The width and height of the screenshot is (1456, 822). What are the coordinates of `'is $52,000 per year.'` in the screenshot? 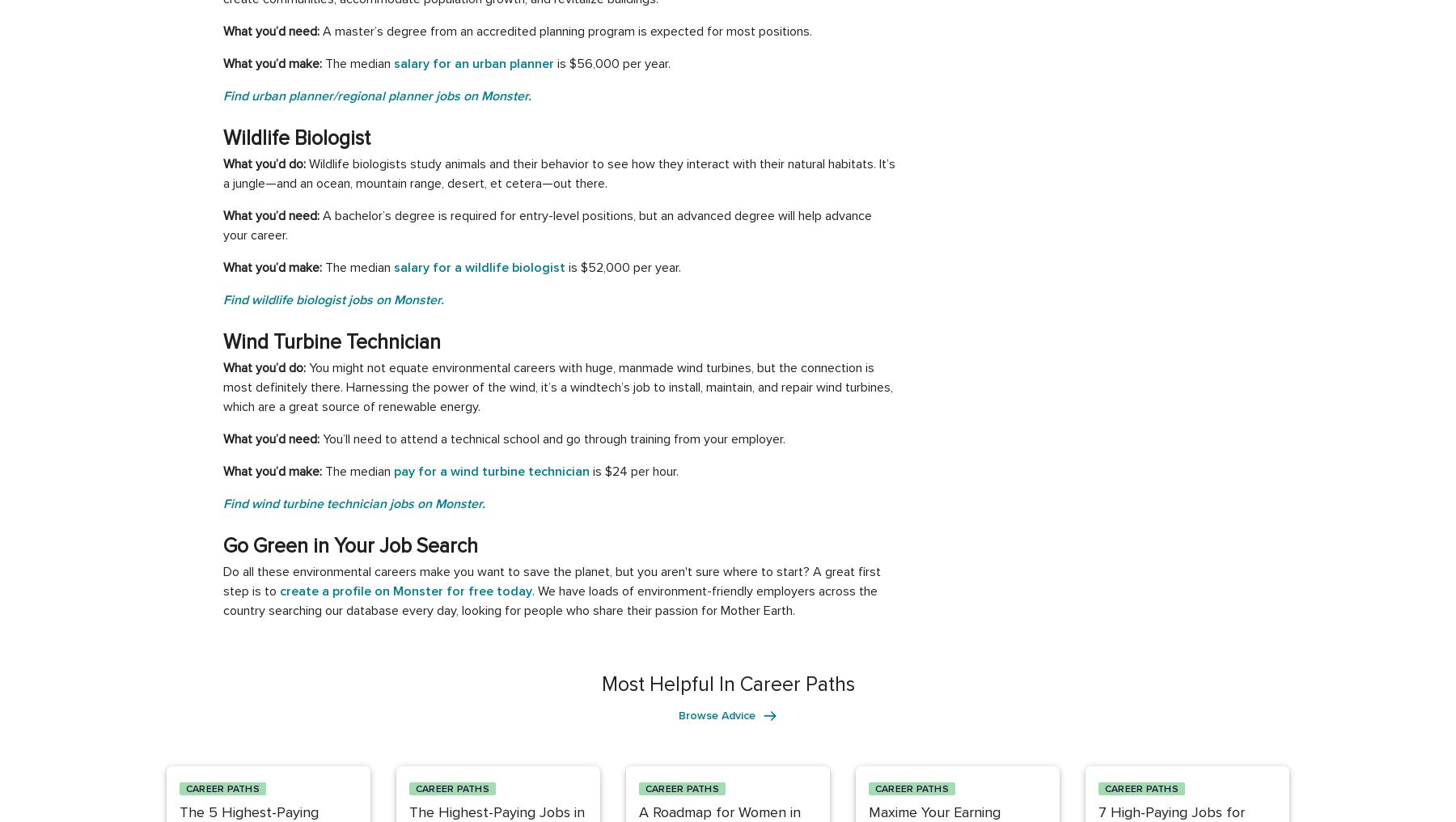 It's located at (622, 268).